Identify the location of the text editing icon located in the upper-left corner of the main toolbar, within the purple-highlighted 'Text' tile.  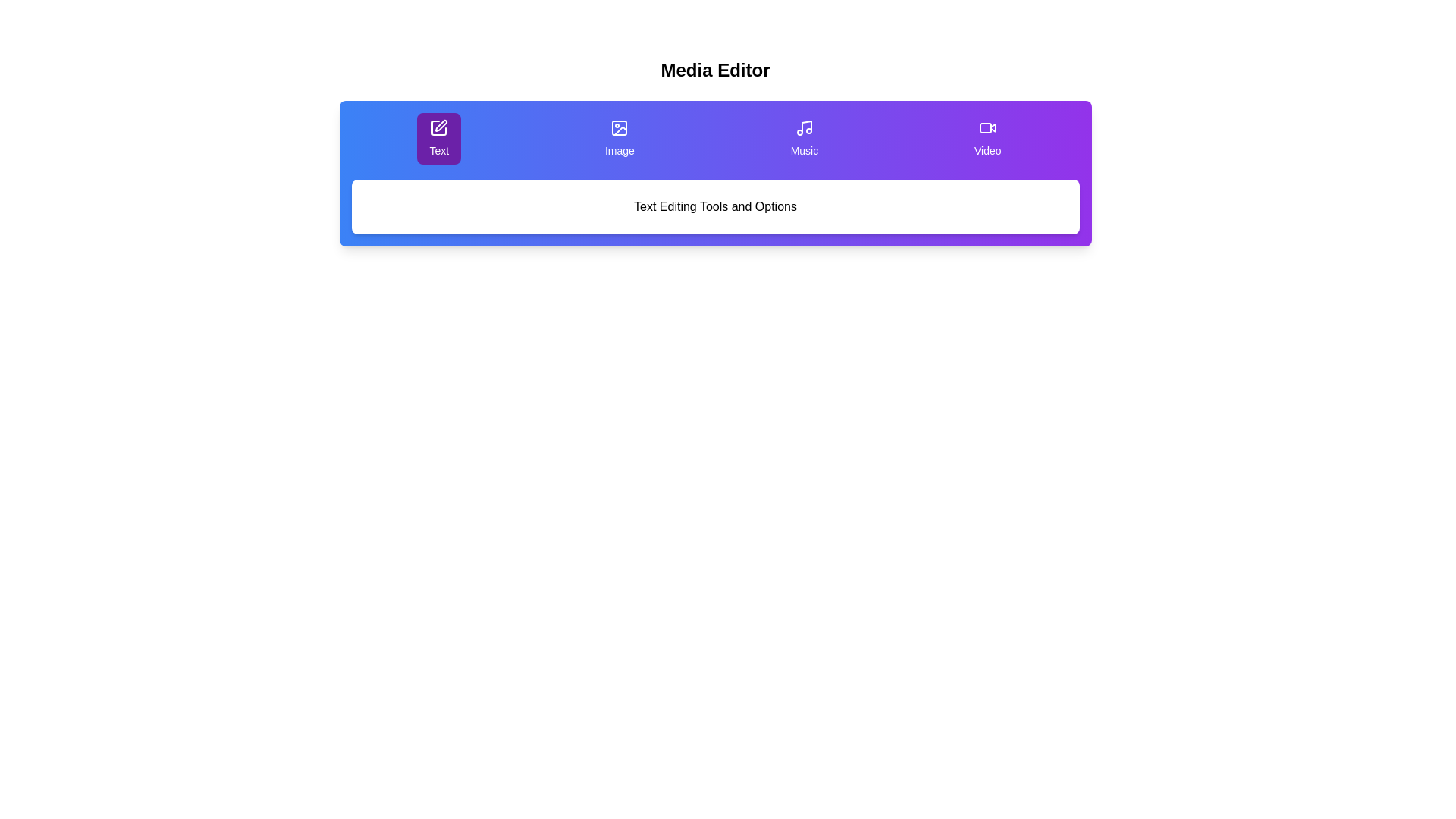
(438, 127).